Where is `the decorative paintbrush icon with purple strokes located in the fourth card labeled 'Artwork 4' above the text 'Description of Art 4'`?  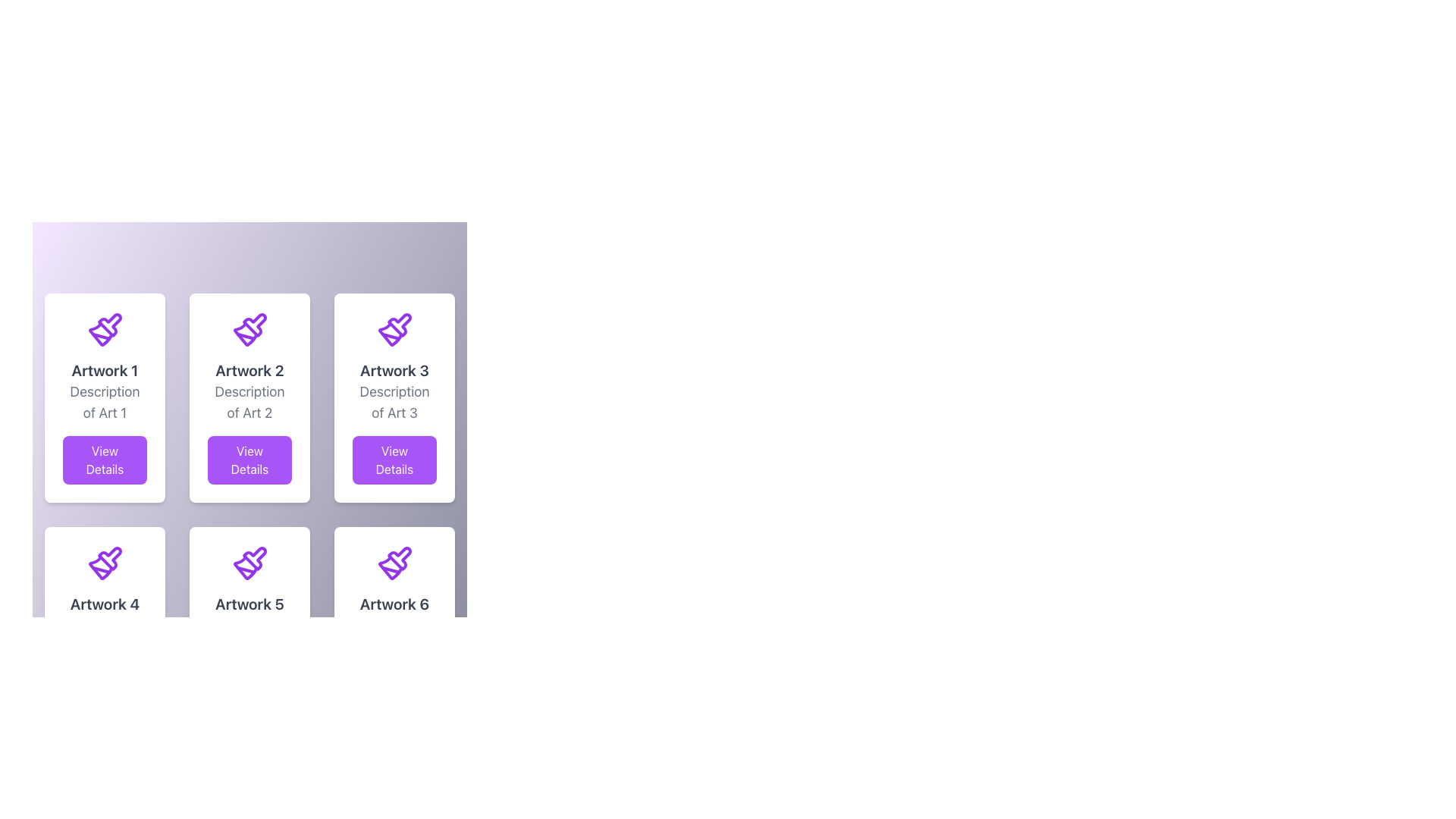
the decorative paintbrush icon with purple strokes located in the fourth card labeled 'Artwork 4' above the text 'Description of Art 4' is located at coordinates (104, 563).